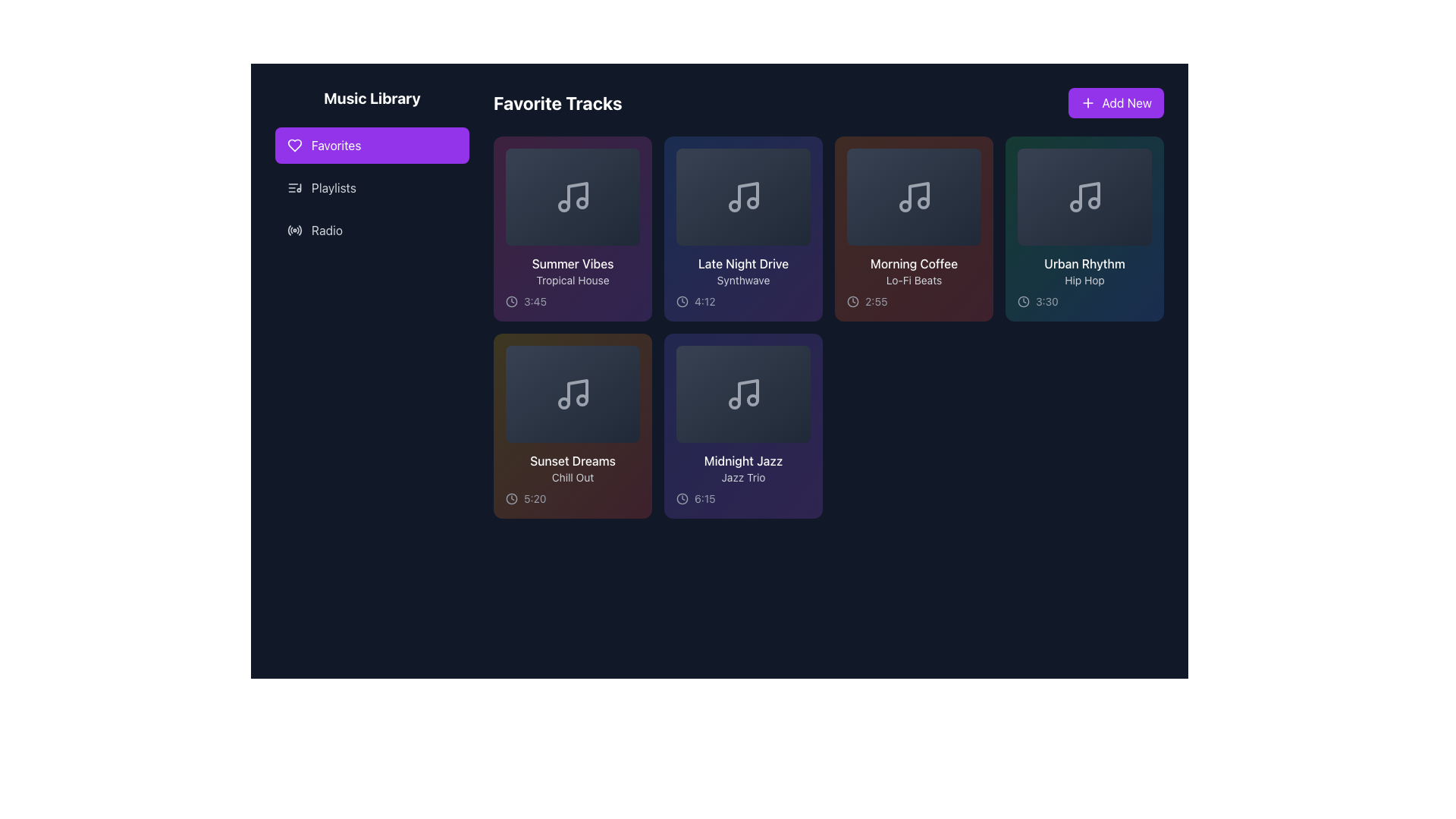  Describe the element at coordinates (535, 499) in the screenshot. I see `the static informational text indicating the duration of the music track for the 'Sunset Dreams' card, located adjacent to a clock icon in the bottom-left section of the main area` at that location.